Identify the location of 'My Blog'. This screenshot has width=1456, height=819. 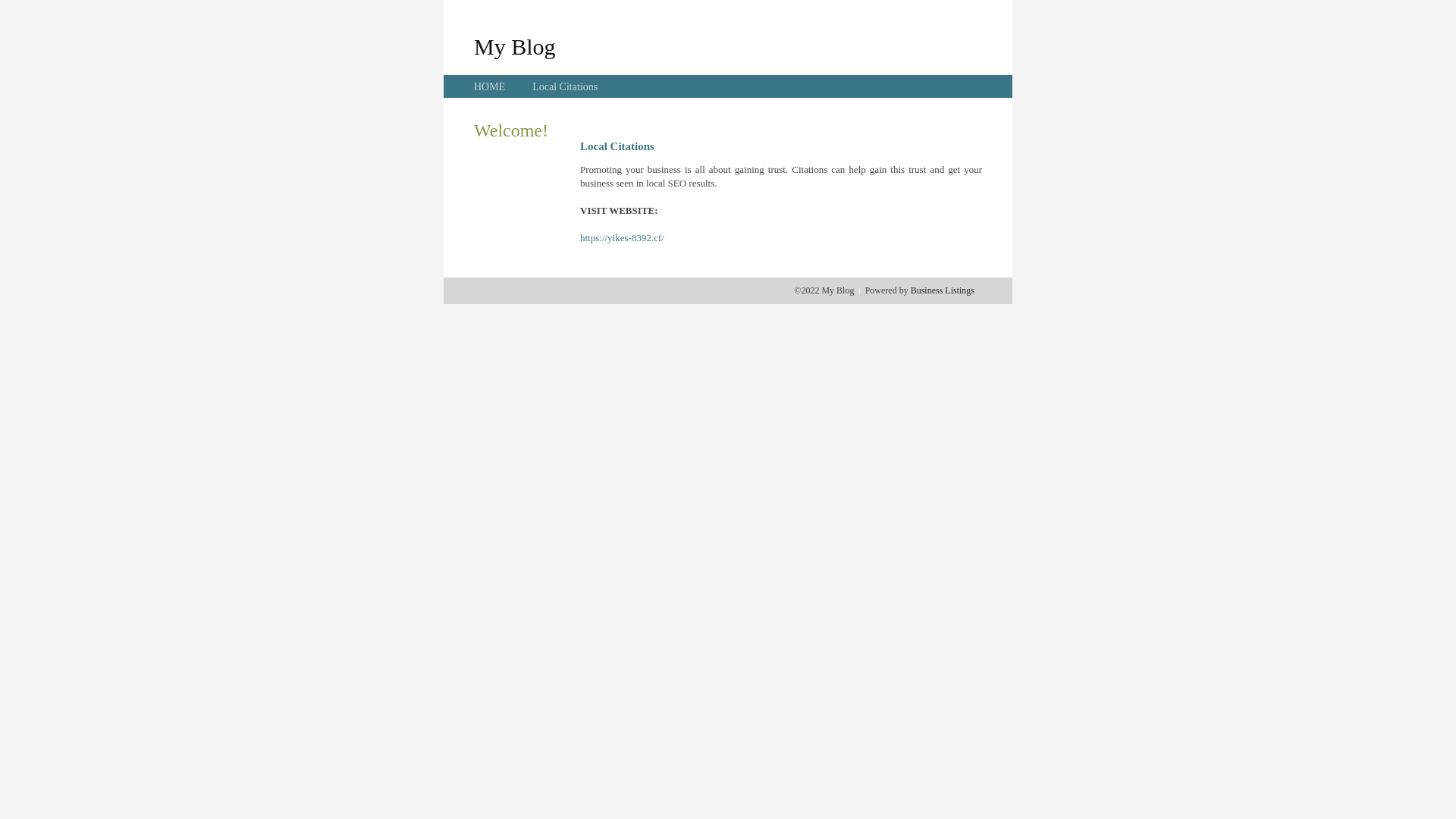
(472, 45).